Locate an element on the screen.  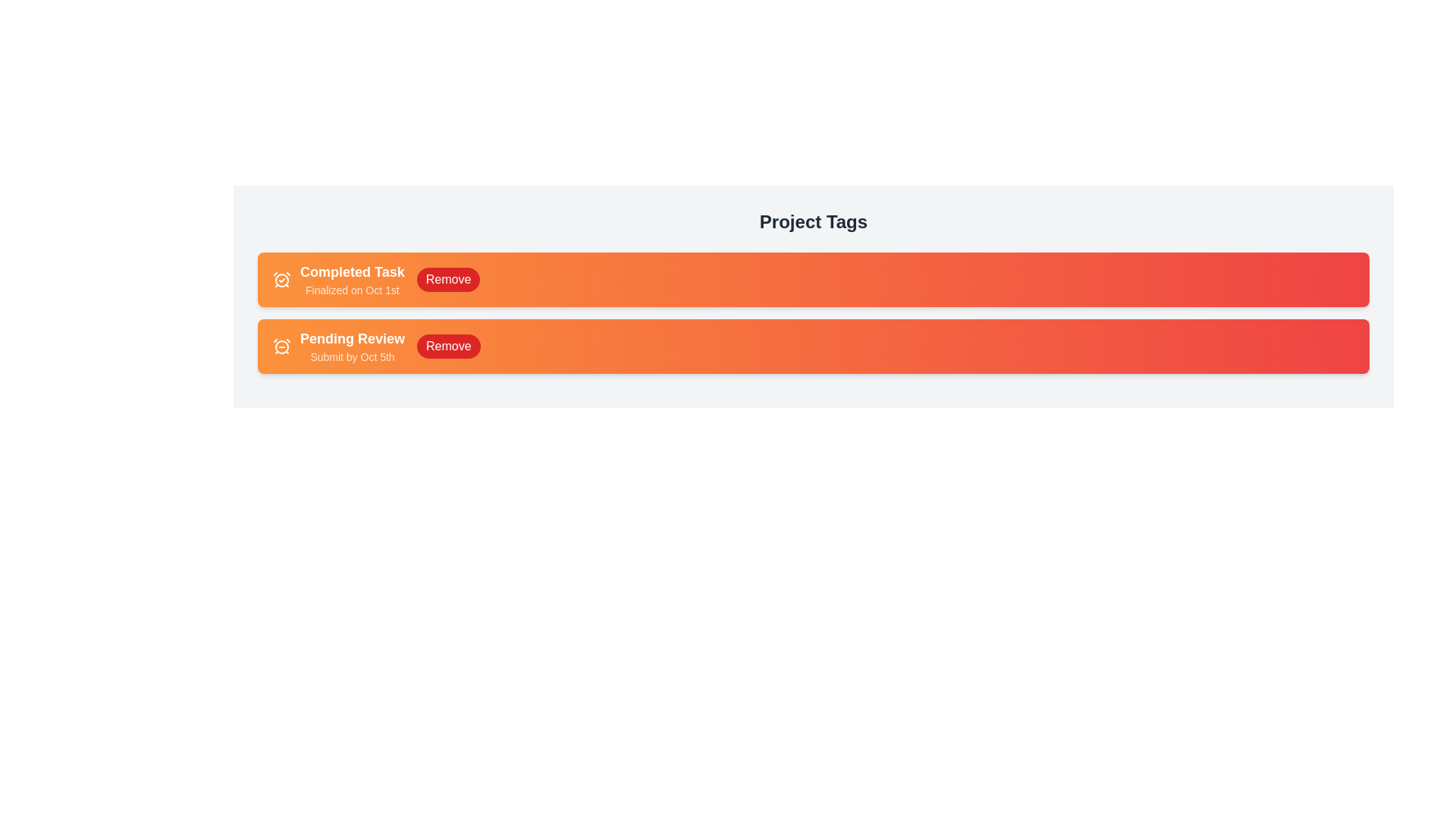
'Remove' button for the tag labeled 'Pending Review' is located at coordinates (447, 346).